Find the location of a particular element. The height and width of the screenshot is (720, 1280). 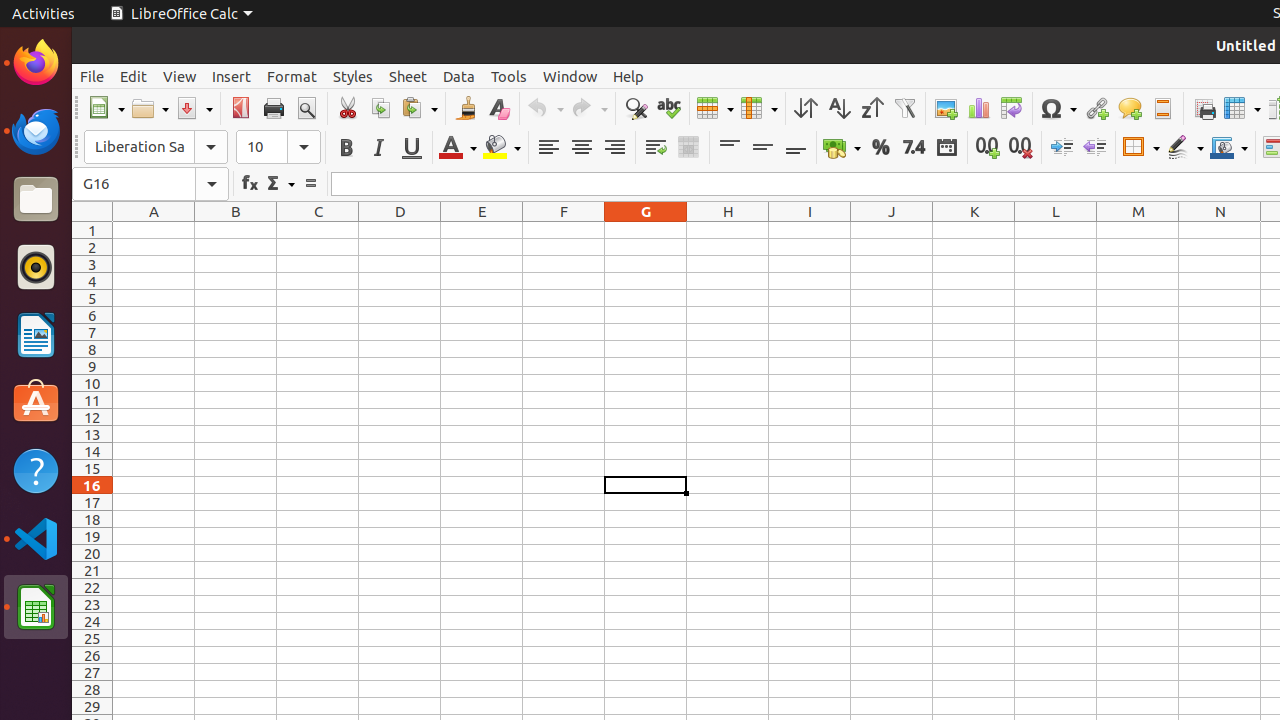

'Print Area' is located at coordinates (1202, 108).